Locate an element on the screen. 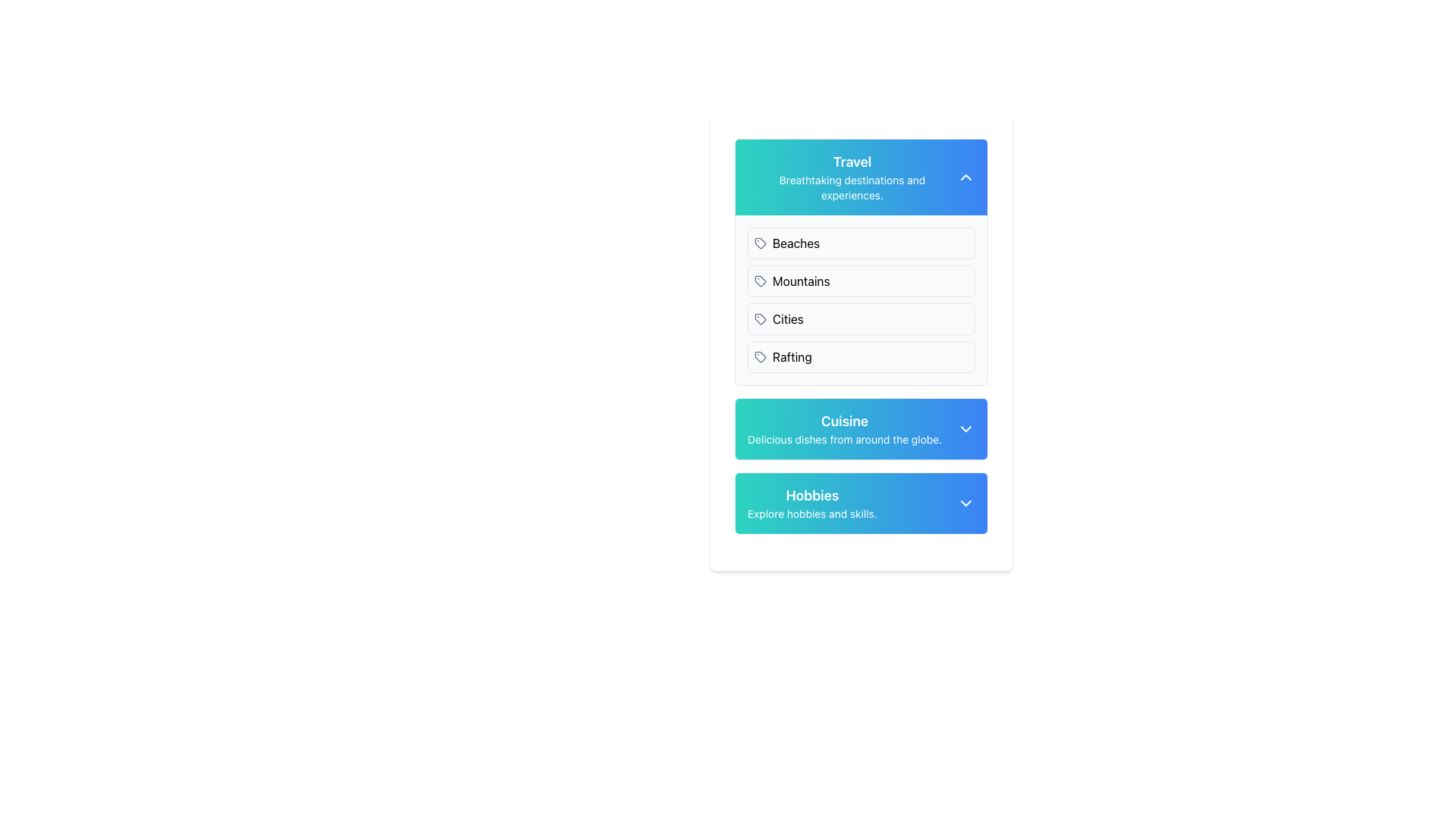 The width and height of the screenshot is (1456, 819). the small gray tag icon with a dot inside it, located to the left of the 'Mountains' text in the second selectable option of the 'Travel' section is located at coordinates (761, 281).